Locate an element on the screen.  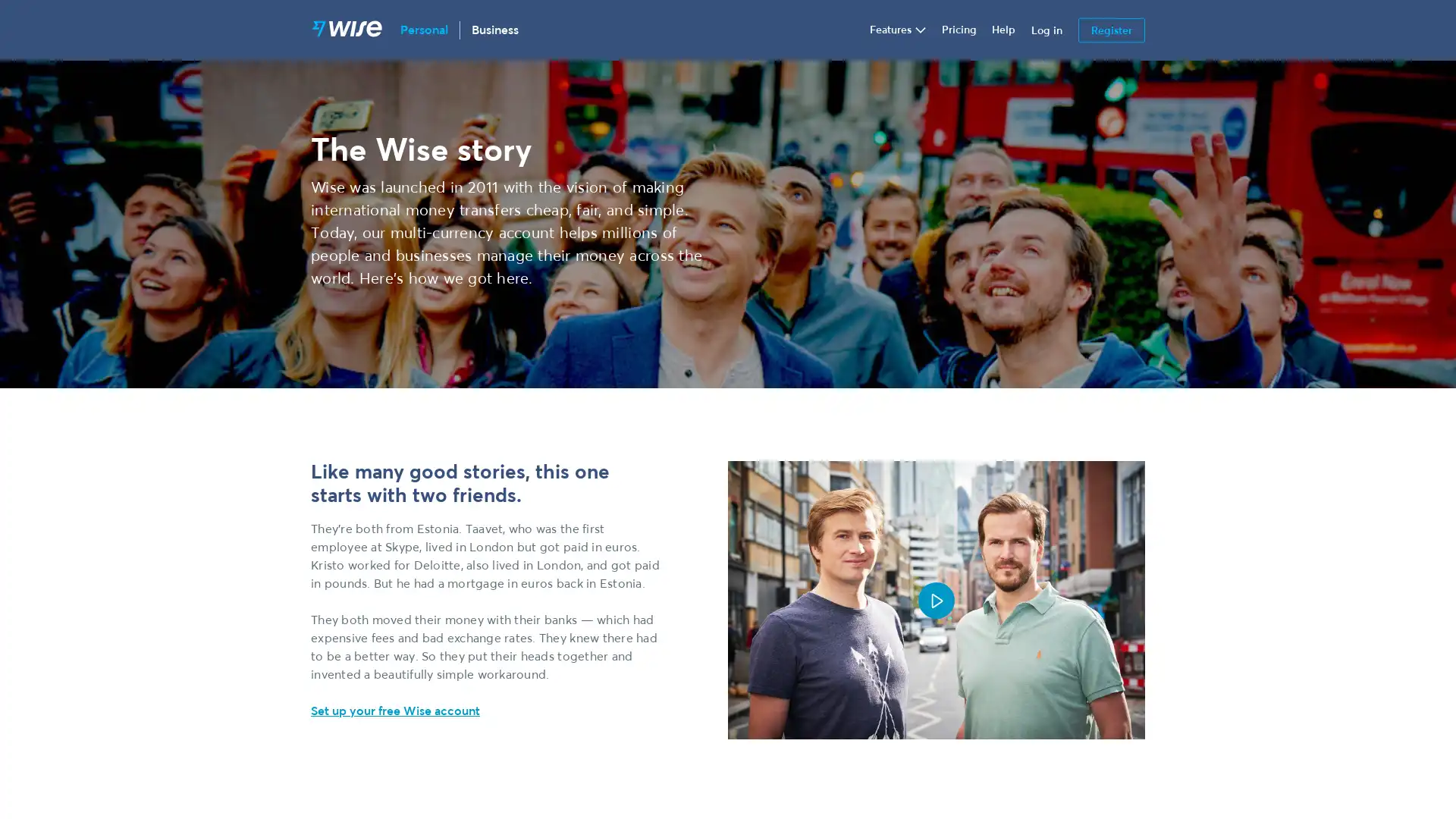
Play is located at coordinates (935, 598).